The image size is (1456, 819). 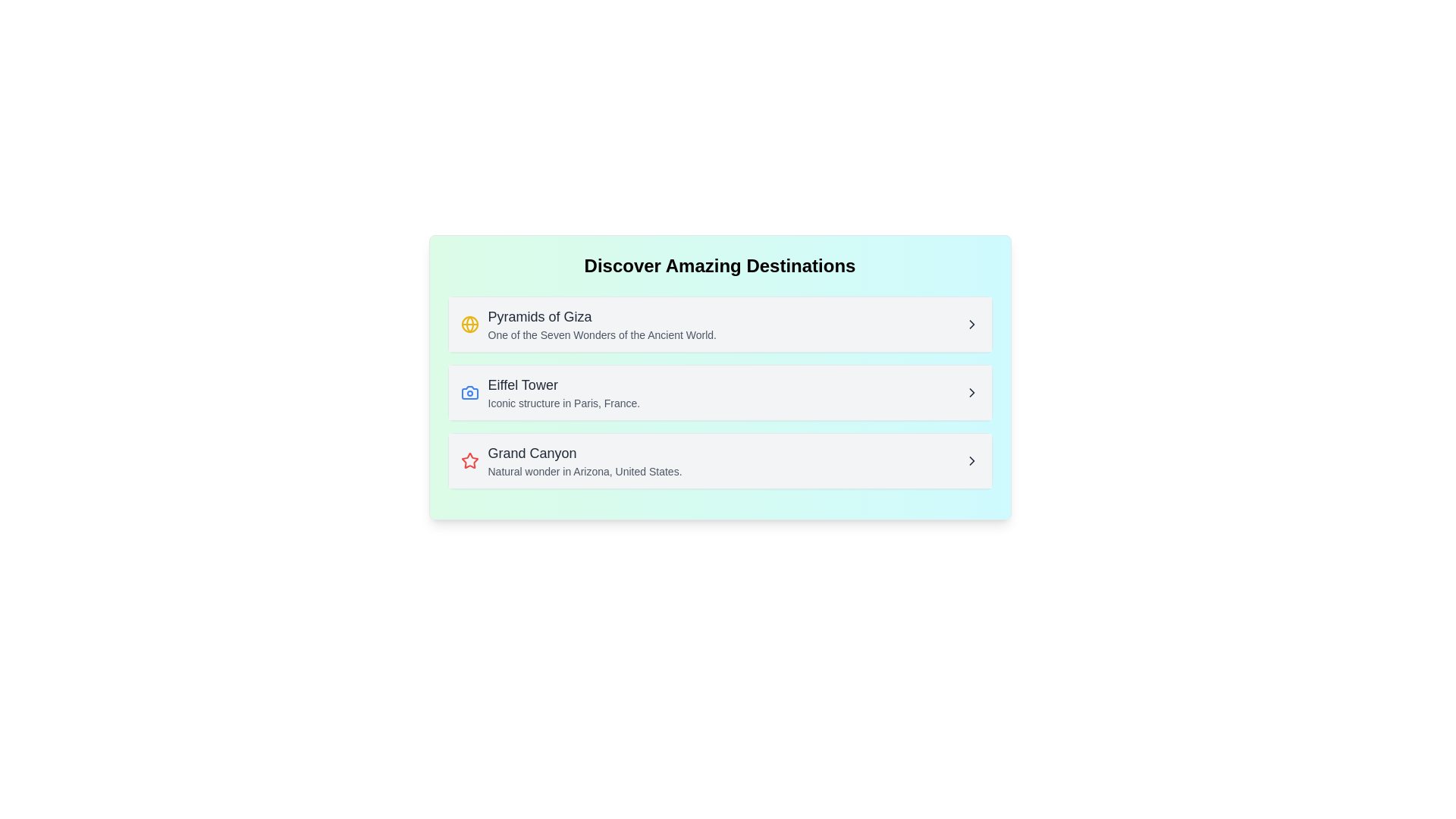 What do you see at coordinates (971, 324) in the screenshot?
I see `the right-pointing chevron icon, which is styled in dark gray and indicates navigation or expansion, located at the far-right end of the row titled 'Pyramids of Giza'` at bounding box center [971, 324].